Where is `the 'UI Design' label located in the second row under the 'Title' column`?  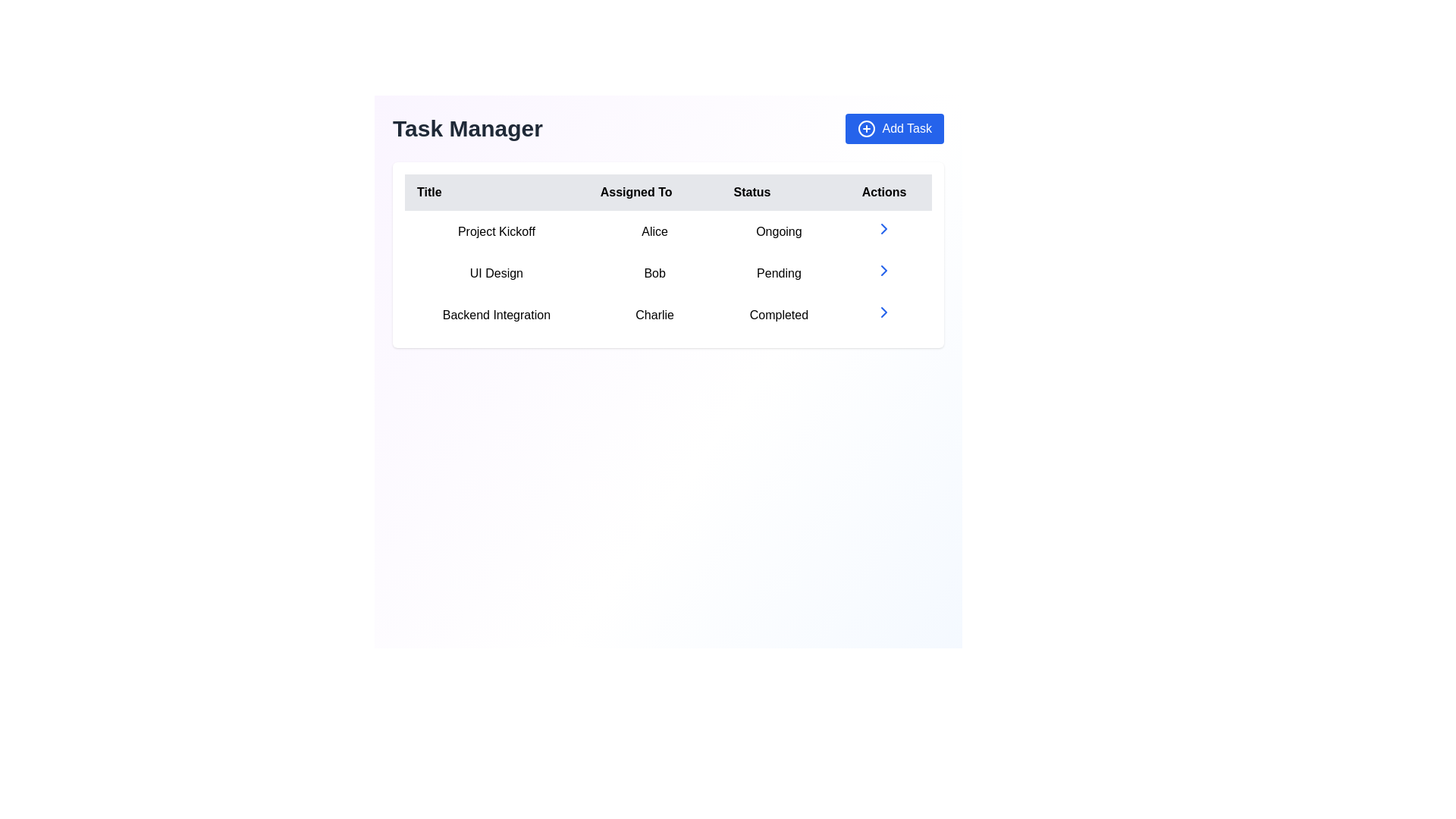
the 'UI Design' label located in the second row under the 'Title' column is located at coordinates (496, 273).